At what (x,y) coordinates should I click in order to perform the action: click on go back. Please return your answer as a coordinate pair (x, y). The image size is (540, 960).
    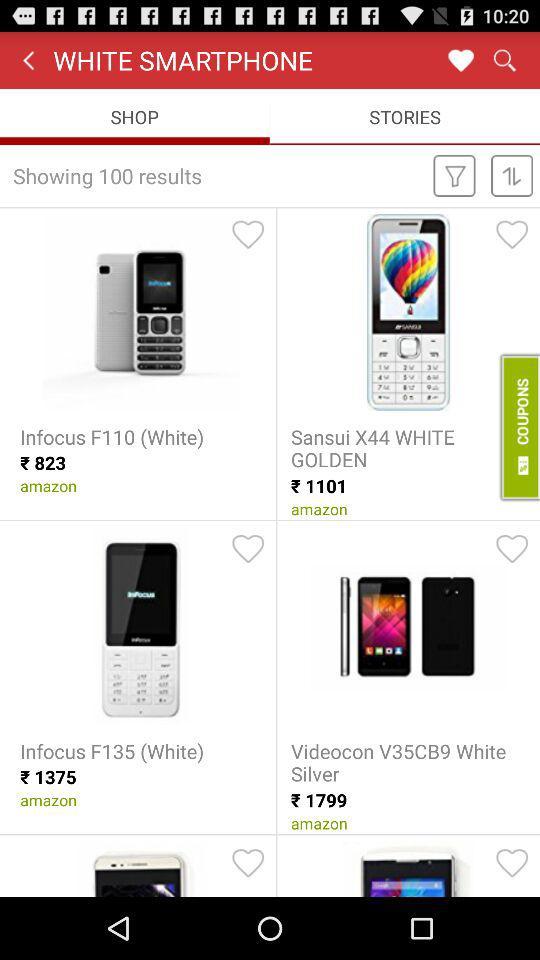
    Looking at the image, I should click on (460, 59).